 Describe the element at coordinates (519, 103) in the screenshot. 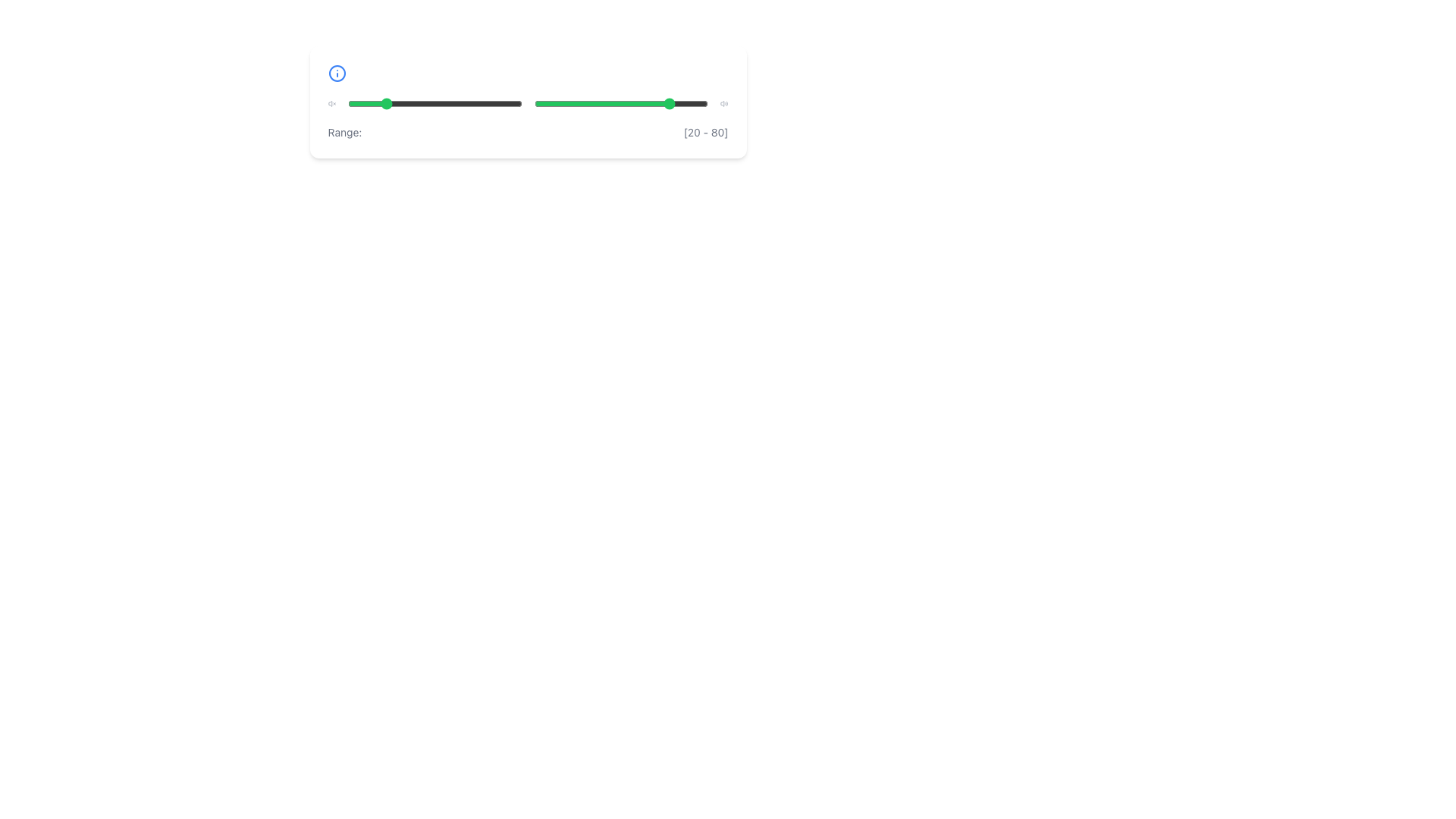

I see `the slider` at that location.